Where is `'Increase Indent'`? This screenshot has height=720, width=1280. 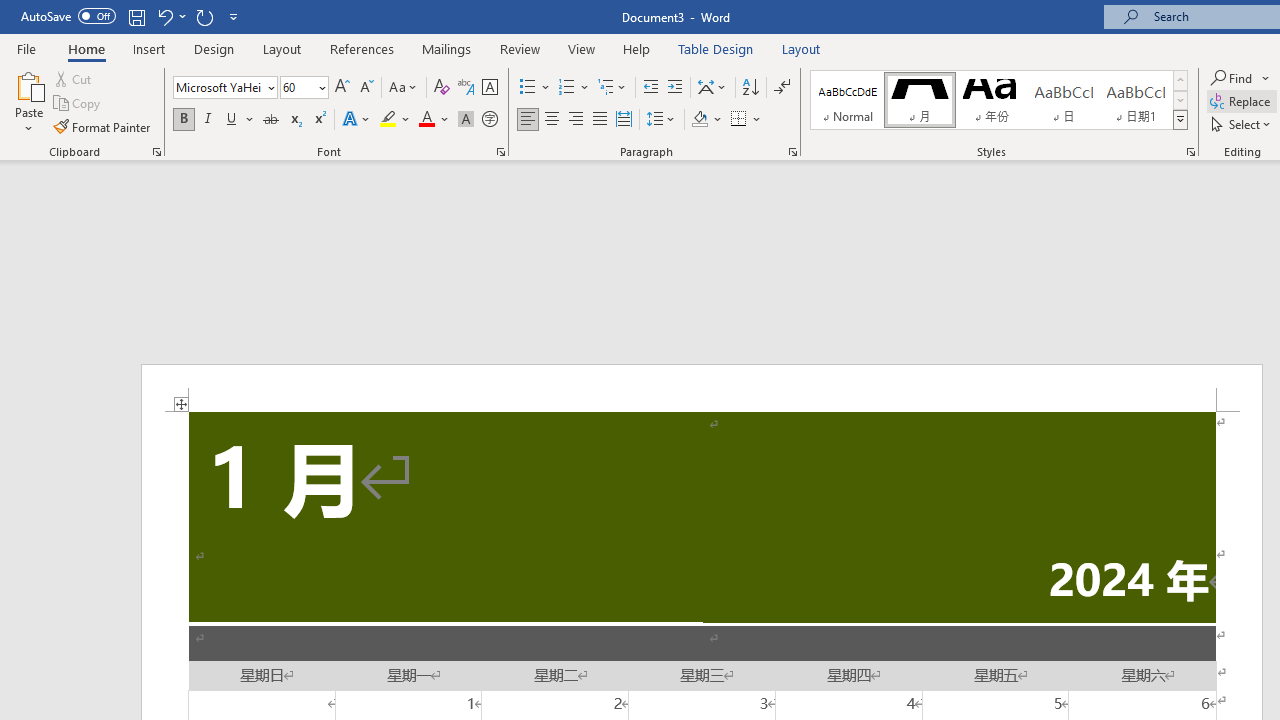 'Increase Indent' is located at coordinates (675, 86).